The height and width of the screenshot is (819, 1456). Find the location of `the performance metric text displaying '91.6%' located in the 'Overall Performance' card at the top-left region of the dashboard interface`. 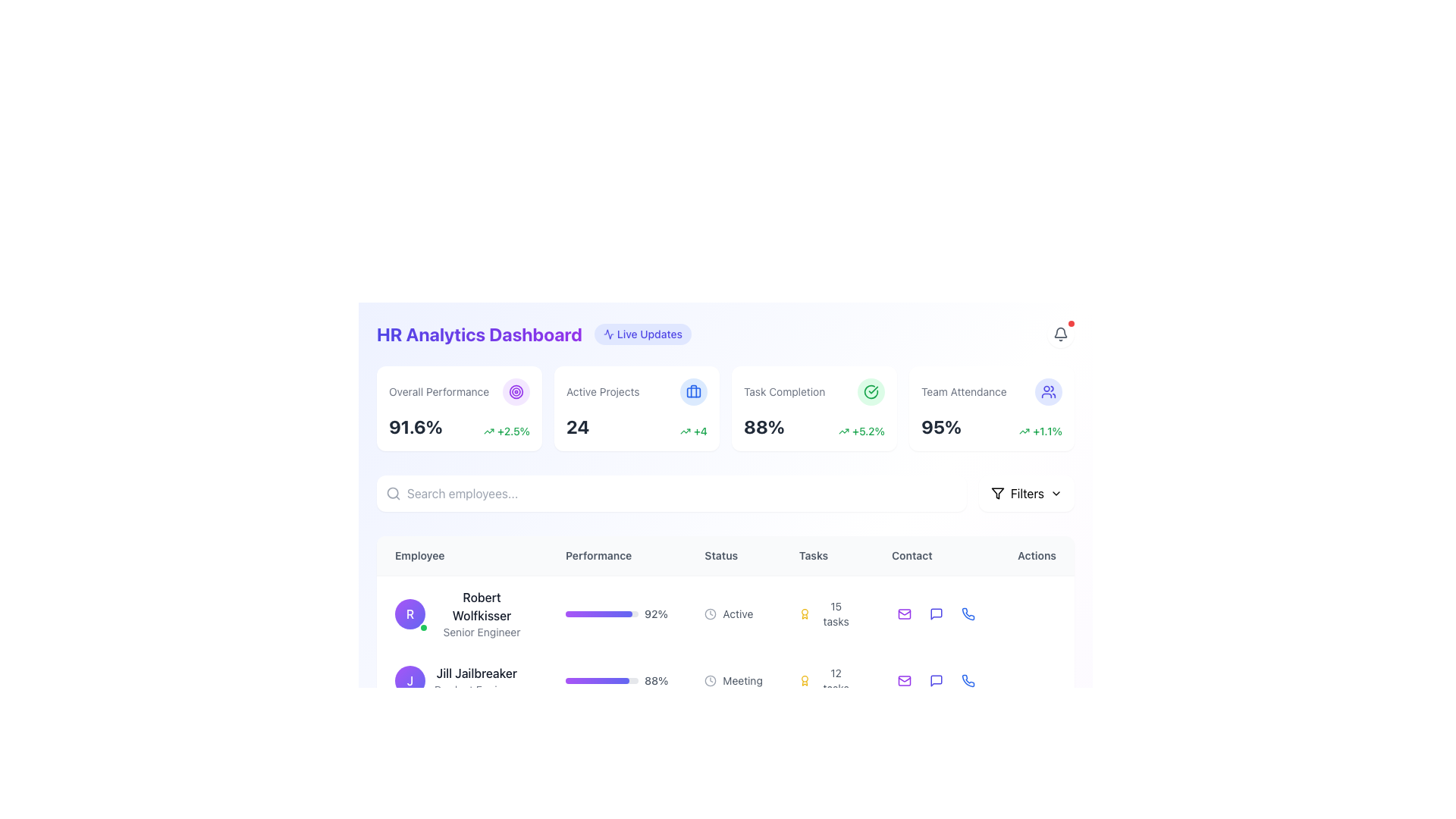

the performance metric text displaying '91.6%' located in the 'Overall Performance' card at the top-left region of the dashboard interface is located at coordinates (416, 427).